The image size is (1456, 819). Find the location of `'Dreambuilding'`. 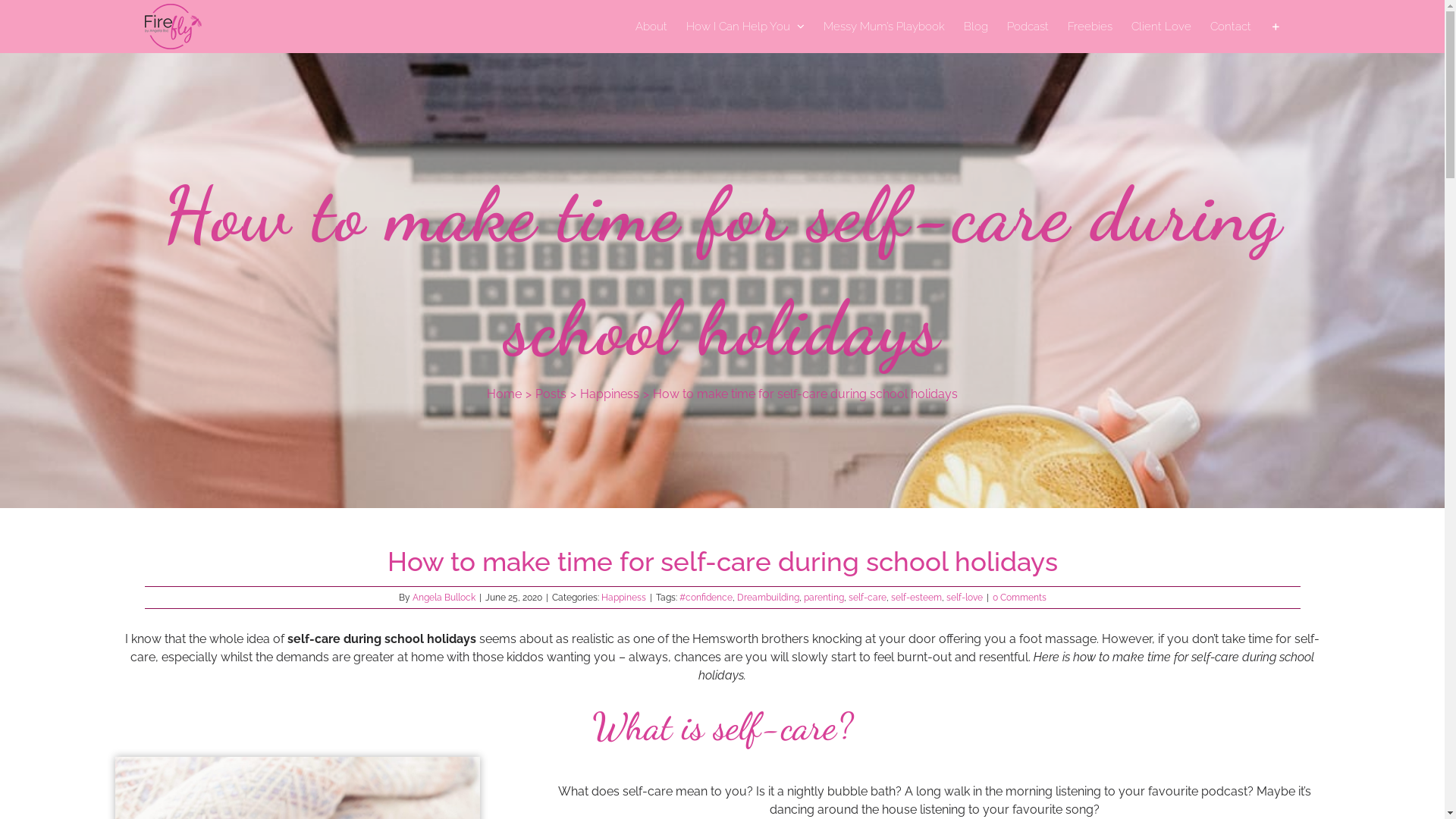

'Dreambuilding' is located at coordinates (736, 596).